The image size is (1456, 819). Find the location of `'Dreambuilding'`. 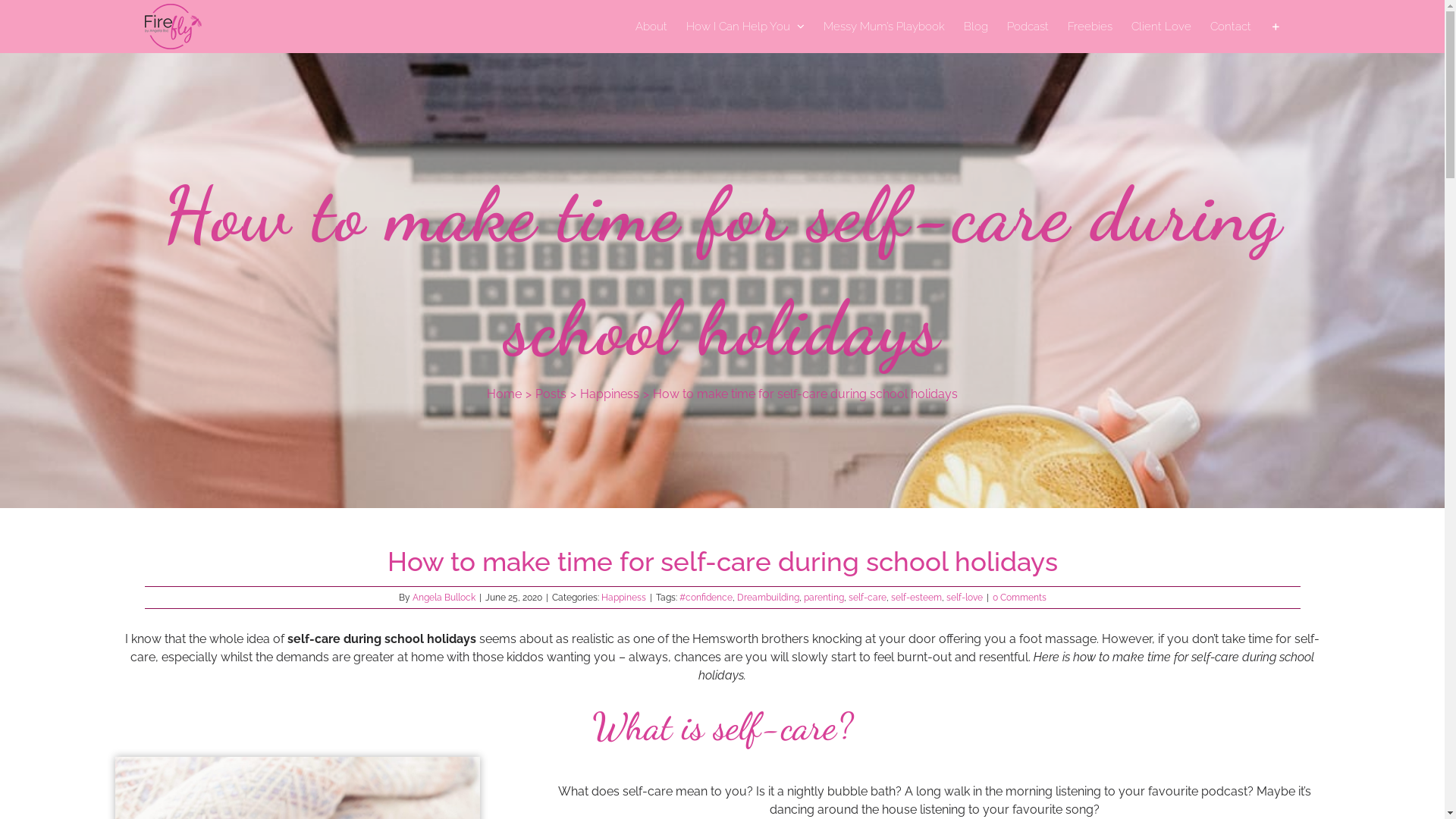

'Dreambuilding' is located at coordinates (736, 596).